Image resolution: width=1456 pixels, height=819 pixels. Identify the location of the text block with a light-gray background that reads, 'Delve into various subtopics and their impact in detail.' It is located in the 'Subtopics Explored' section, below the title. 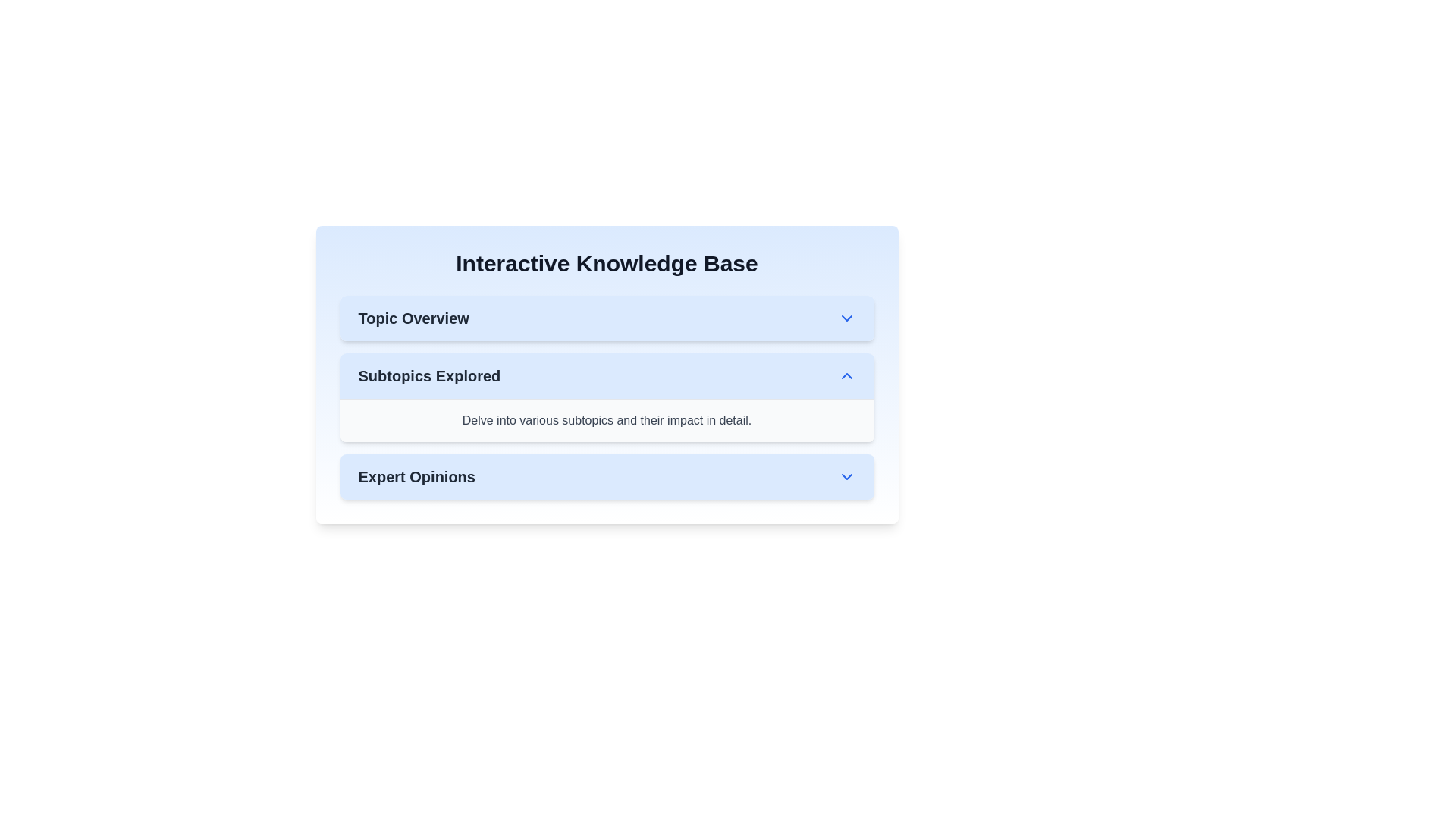
(607, 420).